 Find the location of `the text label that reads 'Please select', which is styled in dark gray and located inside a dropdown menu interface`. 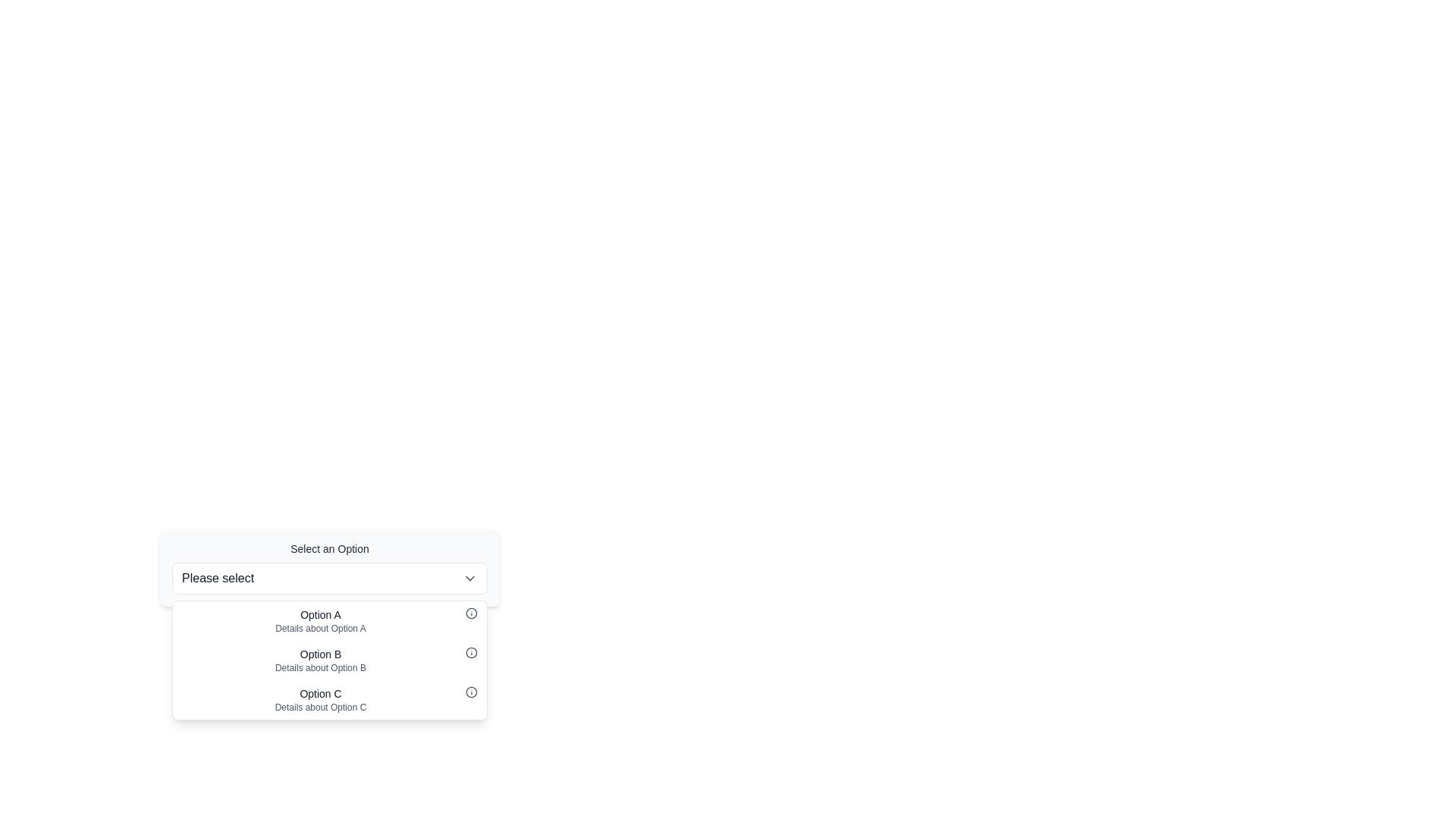

the text label that reads 'Please select', which is styled in dark gray and located inside a dropdown menu interface is located at coordinates (217, 579).